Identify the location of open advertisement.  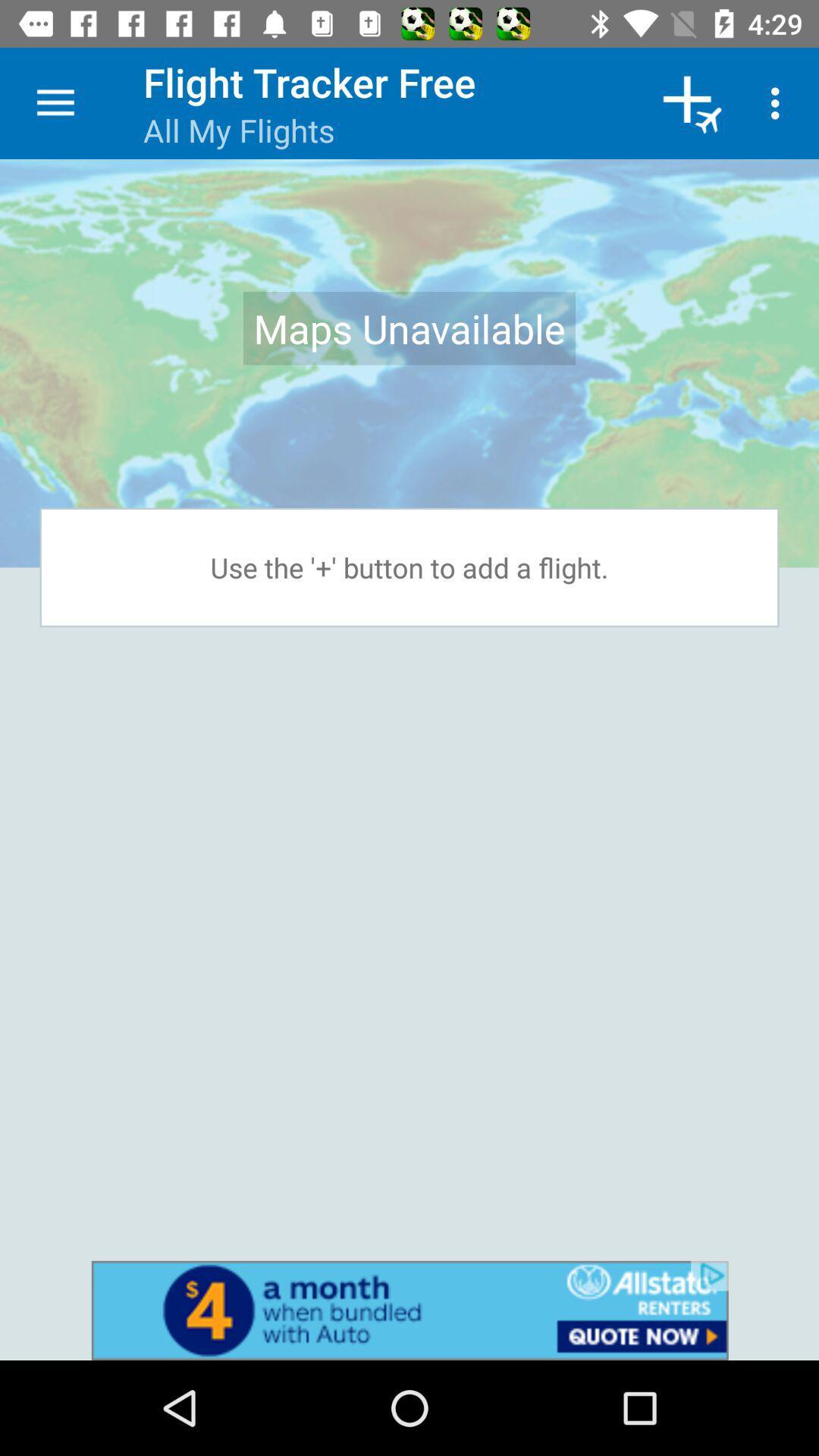
(409, 1310).